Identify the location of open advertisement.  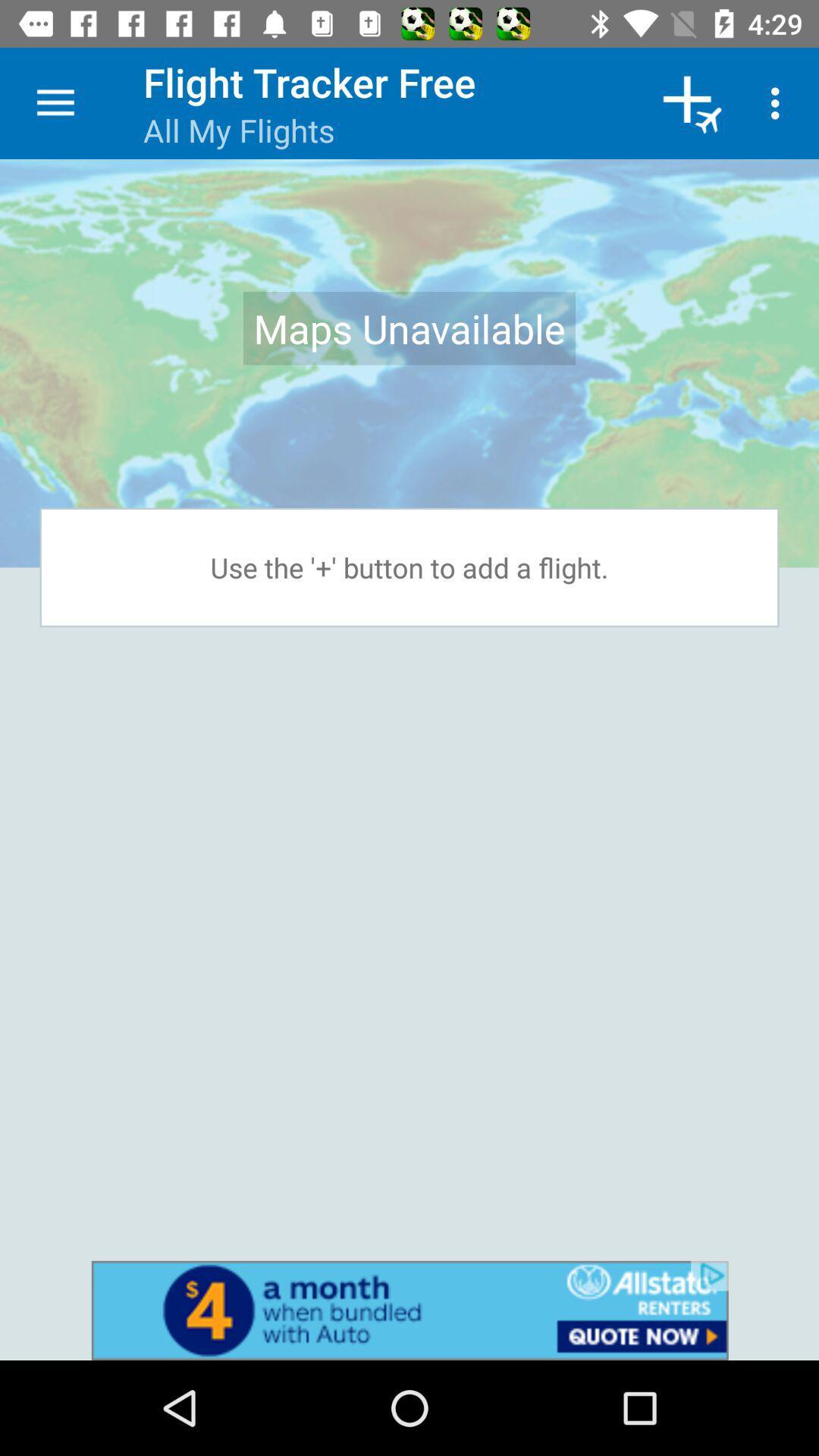
(409, 1310).